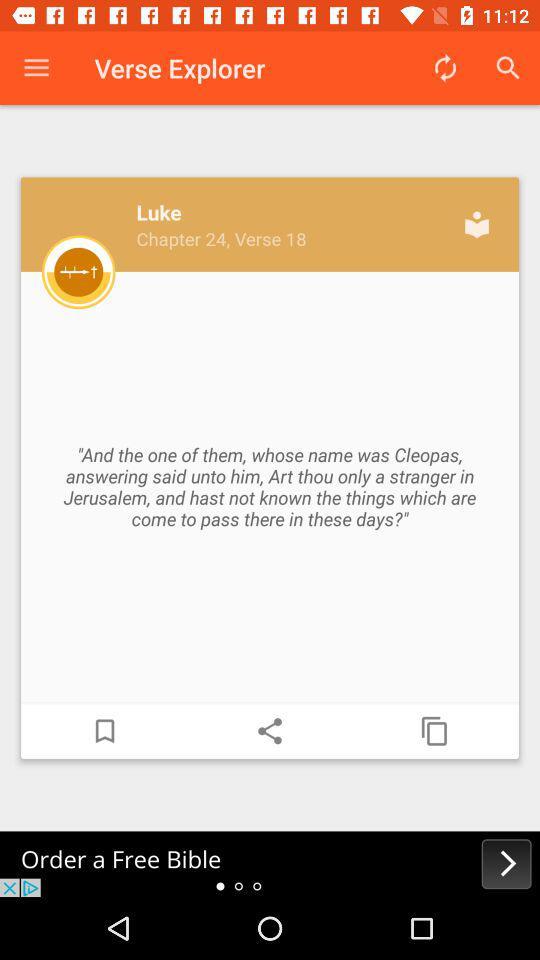  I want to click on bookmark, so click(104, 730).